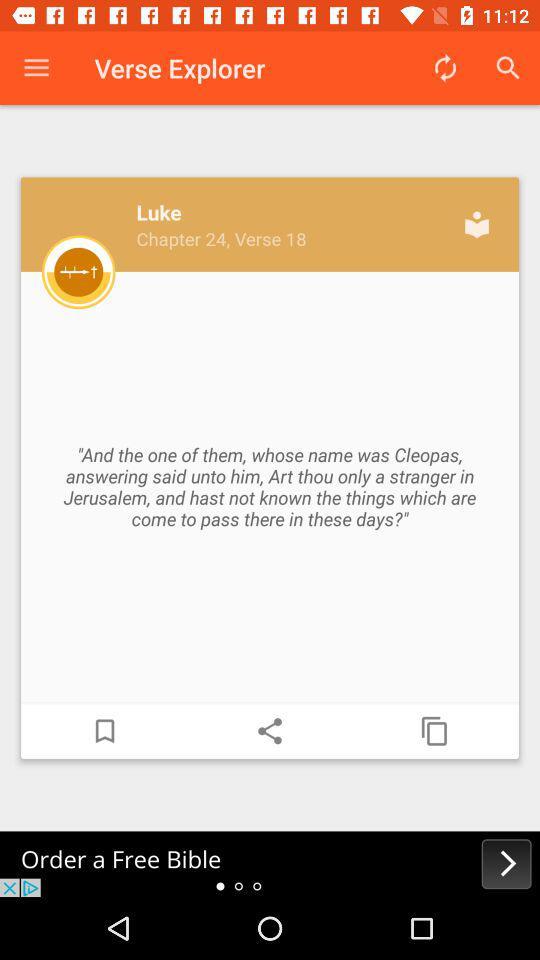  I want to click on bookmark, so click(104, 730).